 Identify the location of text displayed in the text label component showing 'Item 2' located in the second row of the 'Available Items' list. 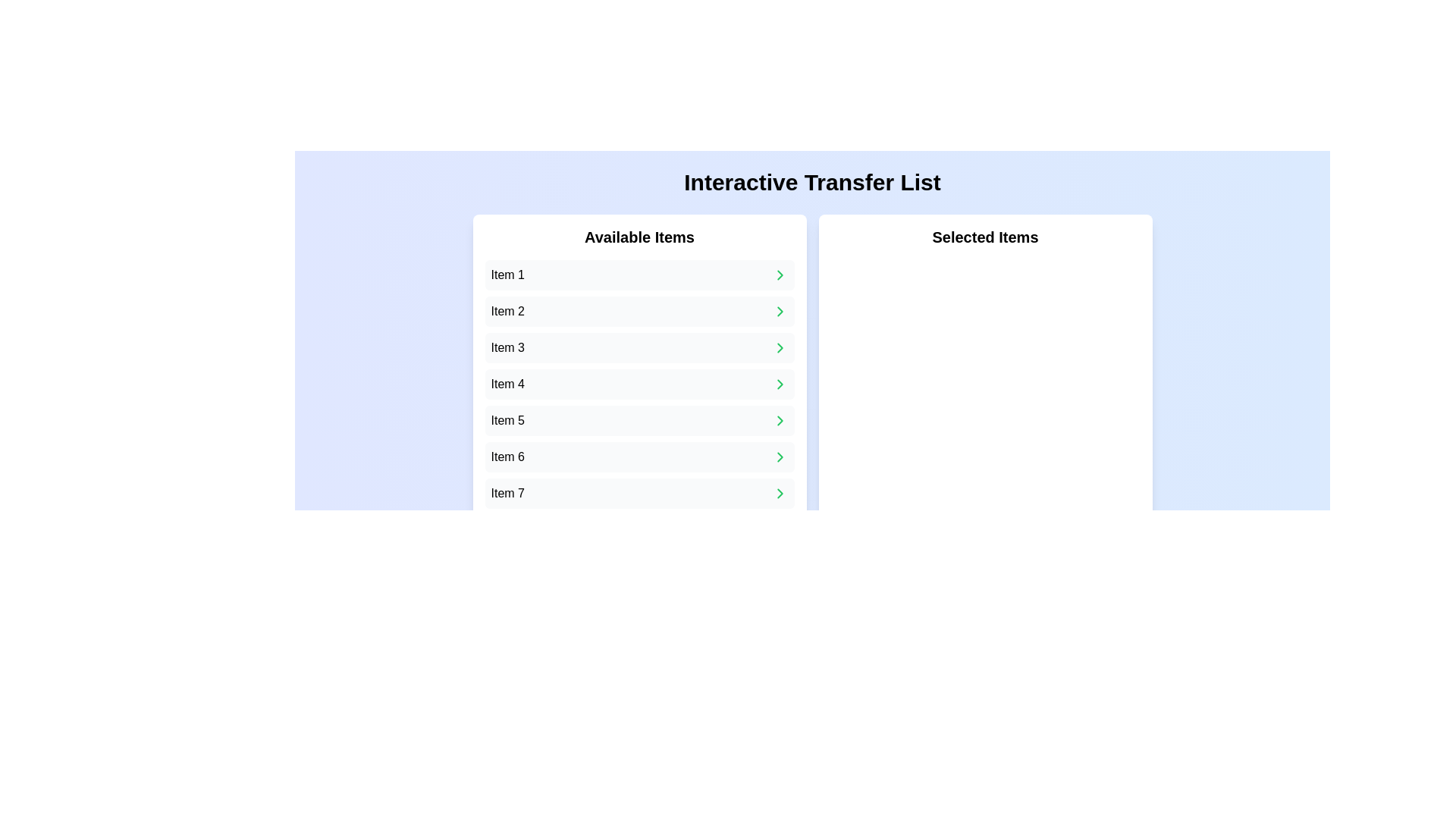
(507, 311).